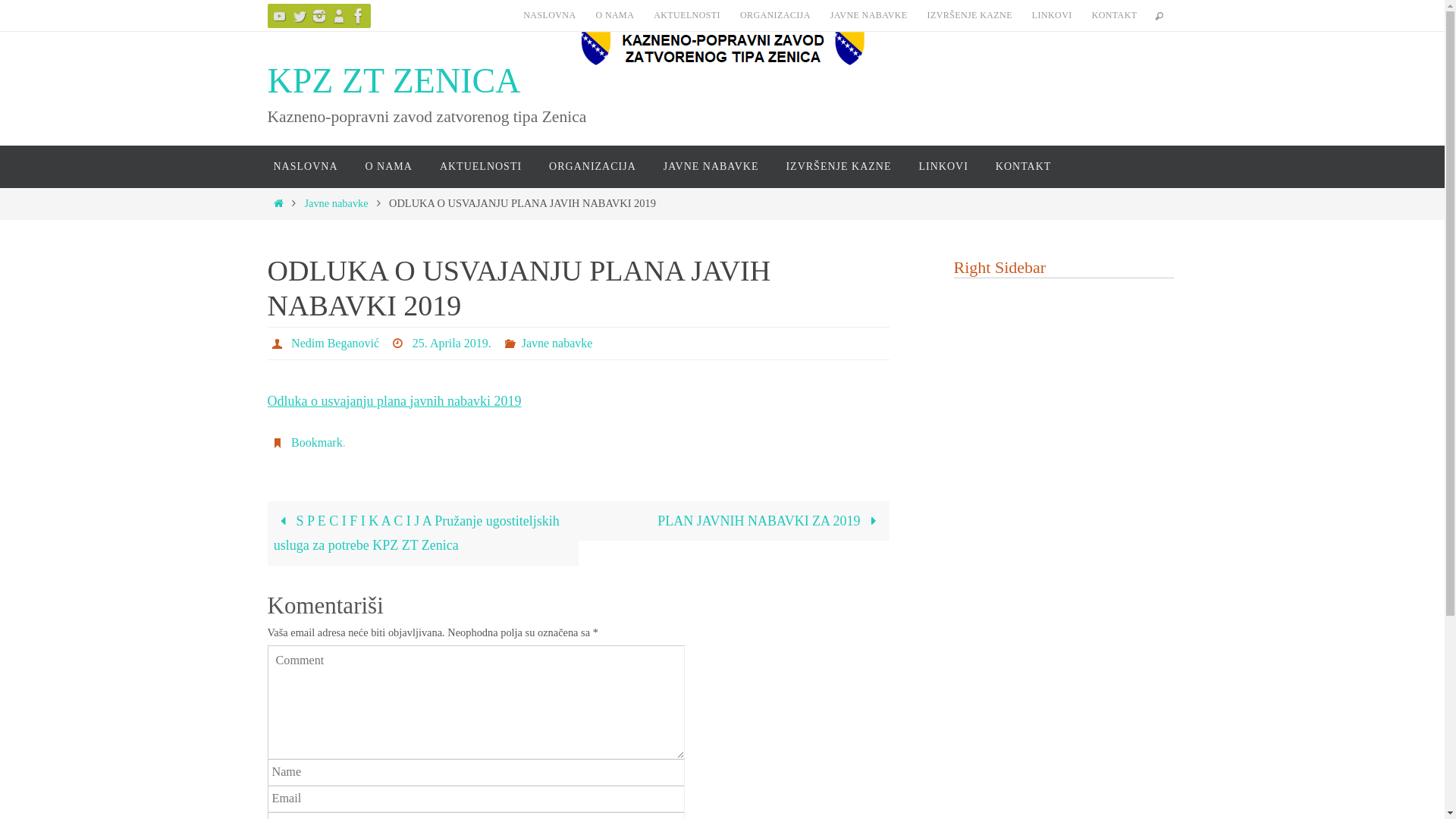 The image size is (1456, 819). I want to click on 'Author ', so click(269, 343).